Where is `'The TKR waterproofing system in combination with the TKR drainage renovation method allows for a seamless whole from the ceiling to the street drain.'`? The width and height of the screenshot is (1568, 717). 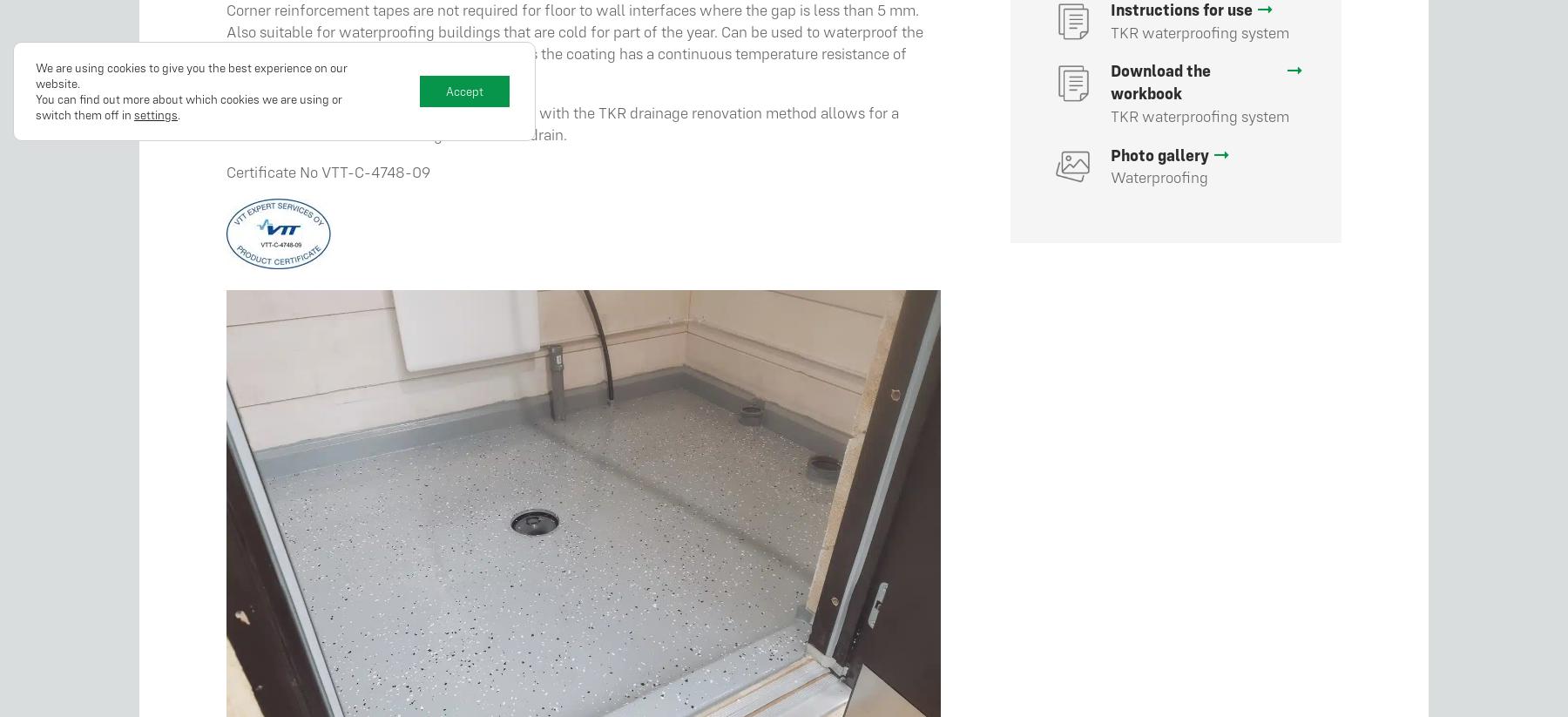
'The TKR waterproofing system in combination with the TKR drainage renovation method allows for a seamless whole from the ceiling to the street drain.' is located at coordinates (563, 122).